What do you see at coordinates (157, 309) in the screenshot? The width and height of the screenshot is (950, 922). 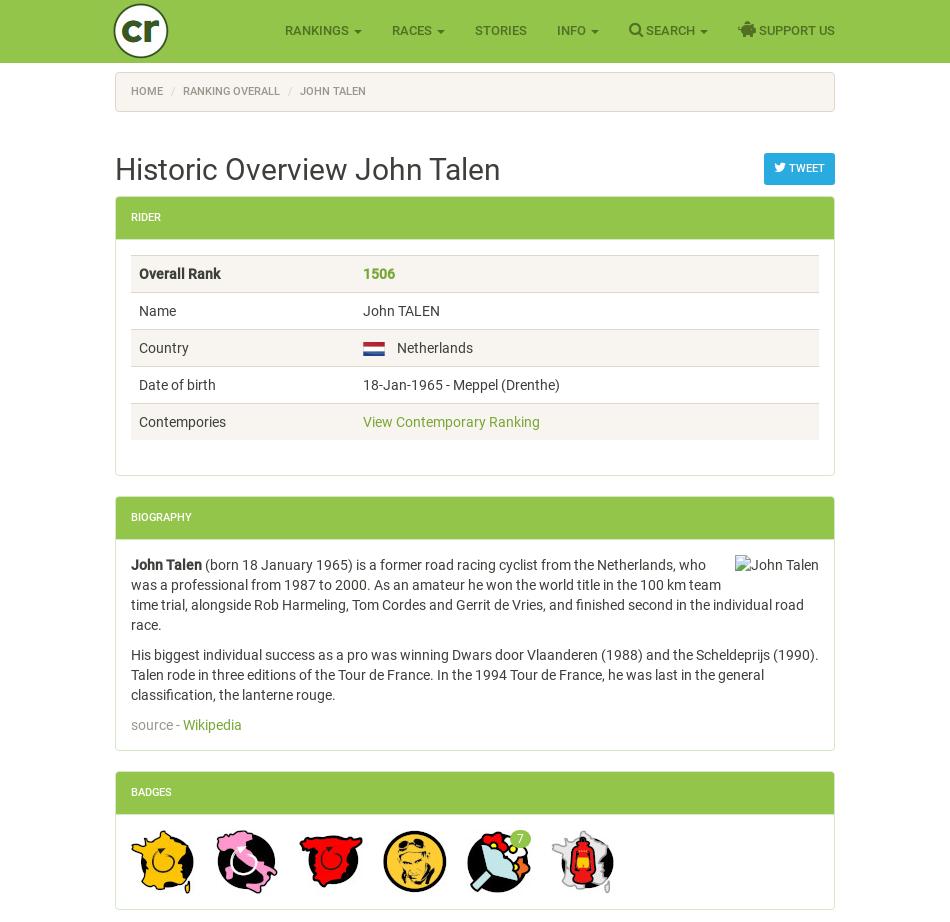 I see `'Name'` at bounding box center [157, 309].